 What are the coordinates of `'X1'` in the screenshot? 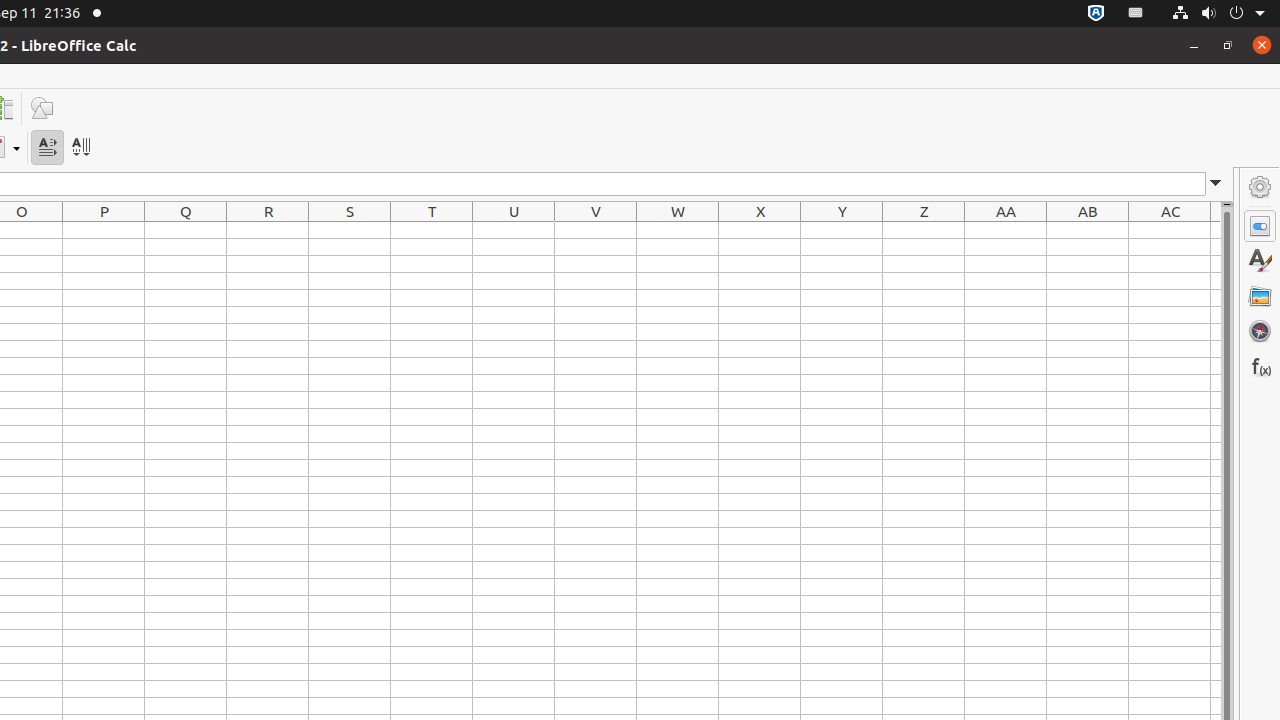 It's located at (759, 229).